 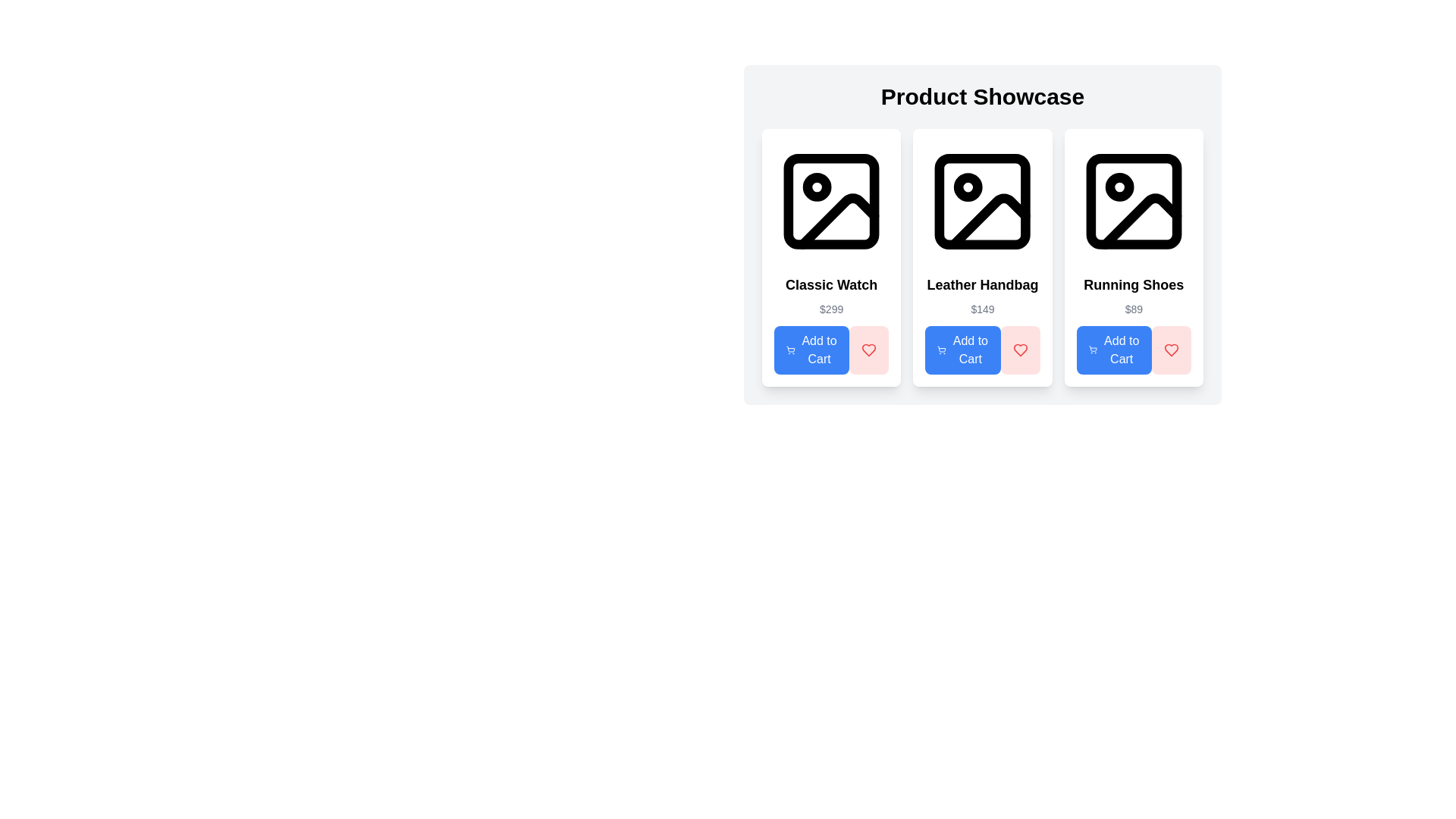 What do you see at coordinates (967, 187) in the screenshot?
I see `the decorative SVG icon located in the upper left area of the image placeholder for the 'Leather Handbag' product card` at bounding box center [967, 187].